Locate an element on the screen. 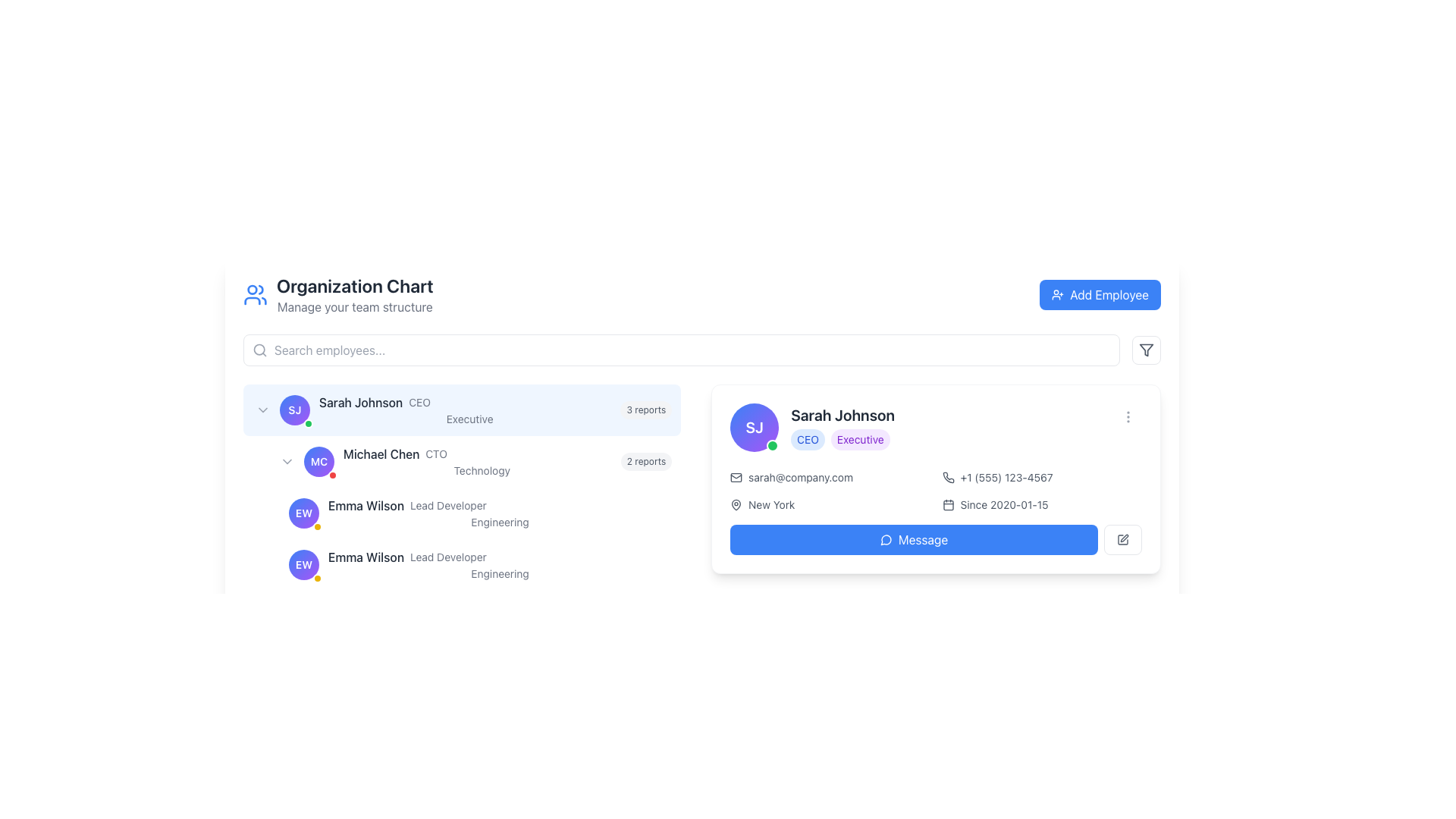 The width and height of the screenshot is (1456, 819). the profile header for 'Sarah Johnson' located in the upper part of the right-side card, above the email and location details is located at coordinates (811, 427).